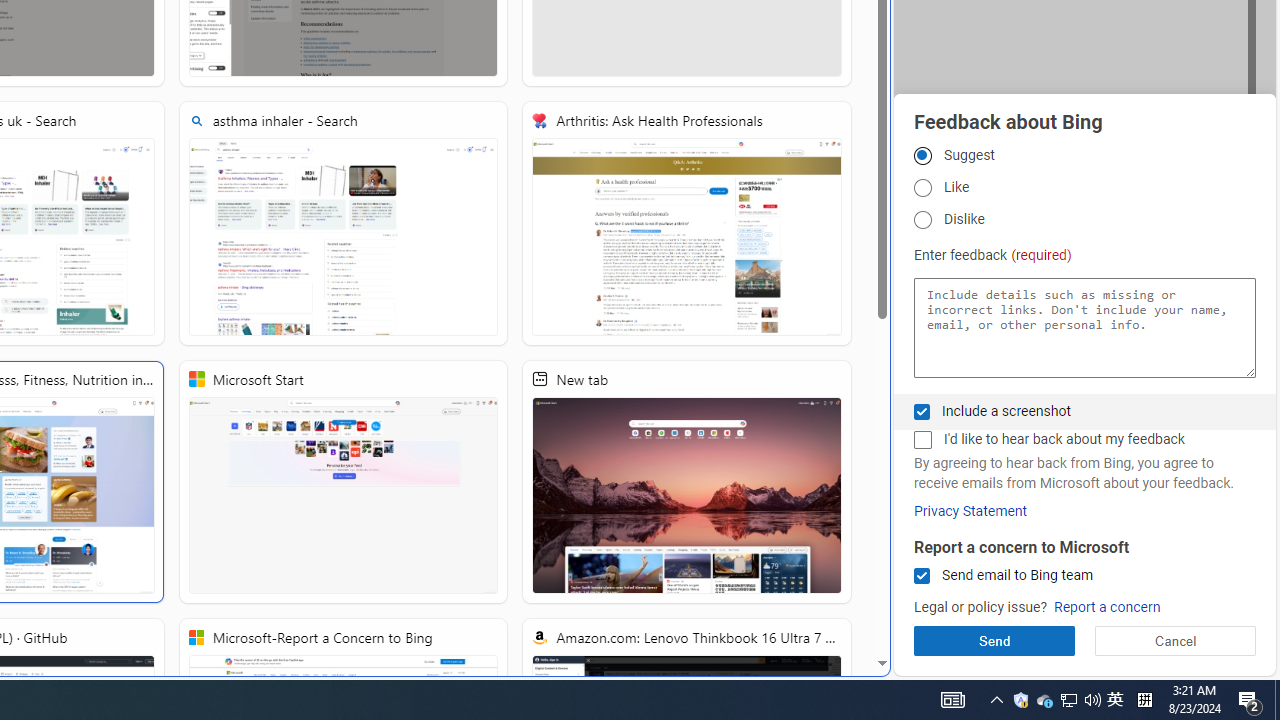  What do you see at coordinates (970, 510) in the screenshot?
I see `'Privacy Statement'` at bounding box center [970, 510].